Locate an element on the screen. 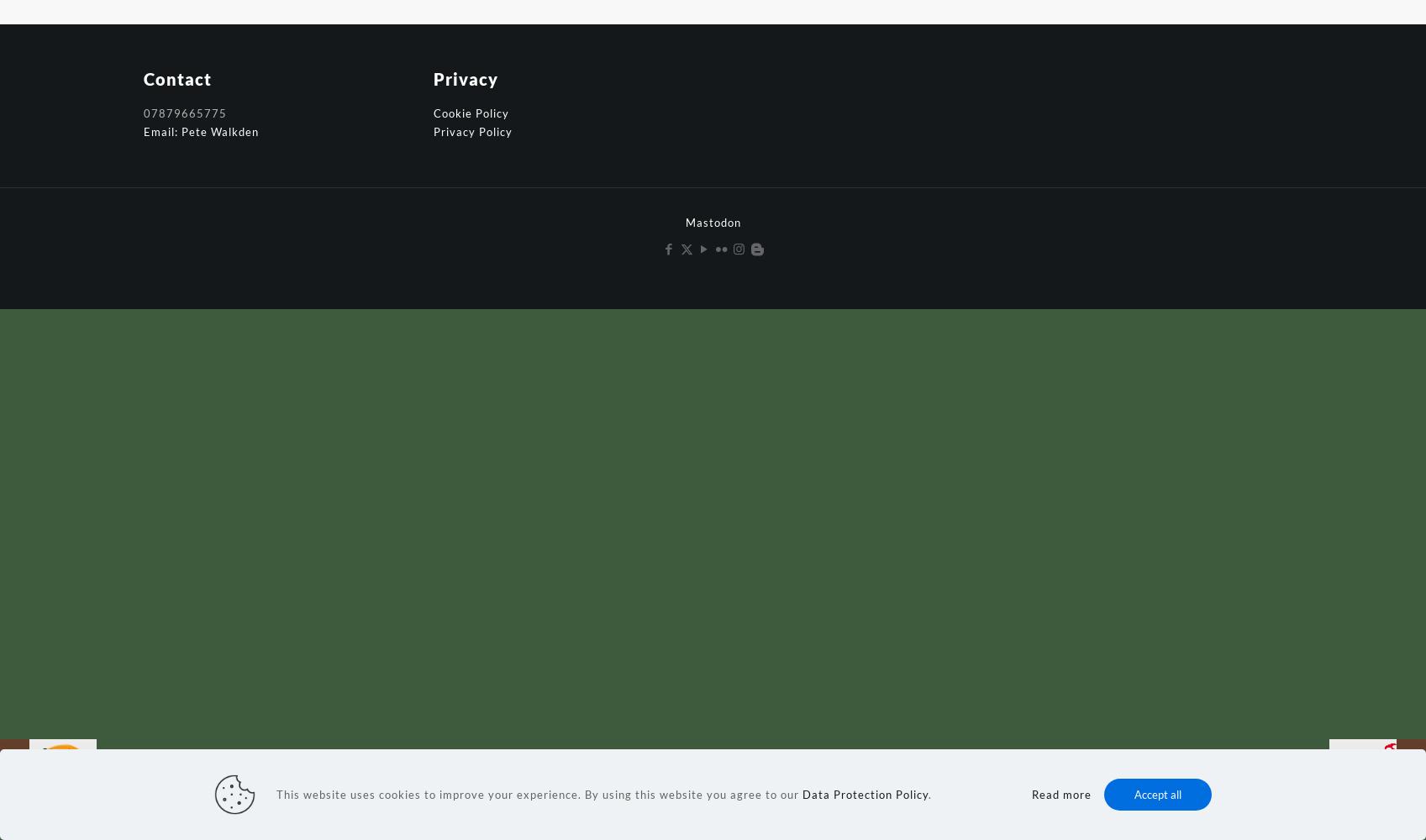  'This website uses cookies to improve your experience. By using this website you agree to our' is located at coordinates (538, 794).